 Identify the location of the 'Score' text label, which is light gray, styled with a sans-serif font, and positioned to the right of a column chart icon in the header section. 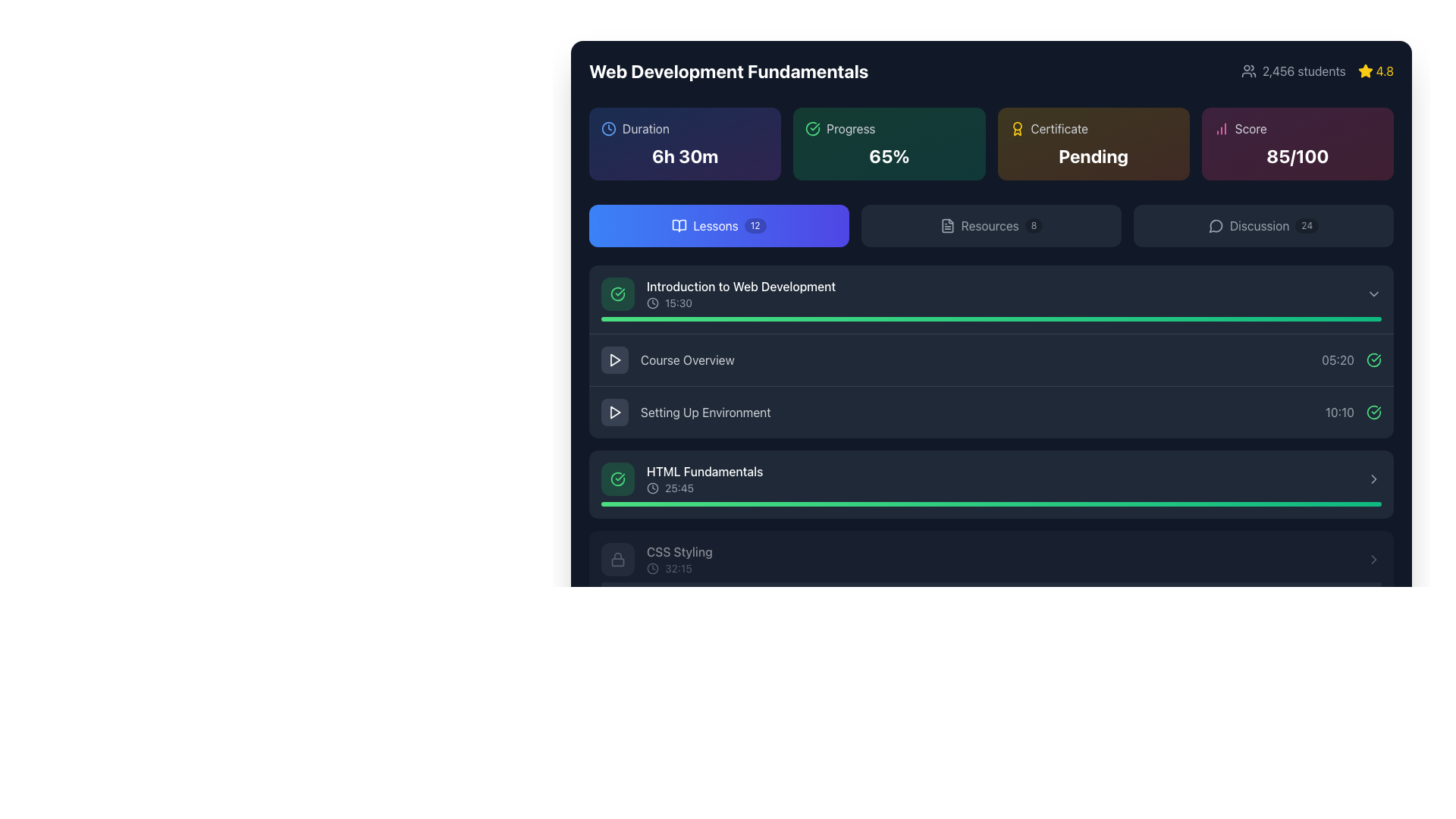
(1250, 127).